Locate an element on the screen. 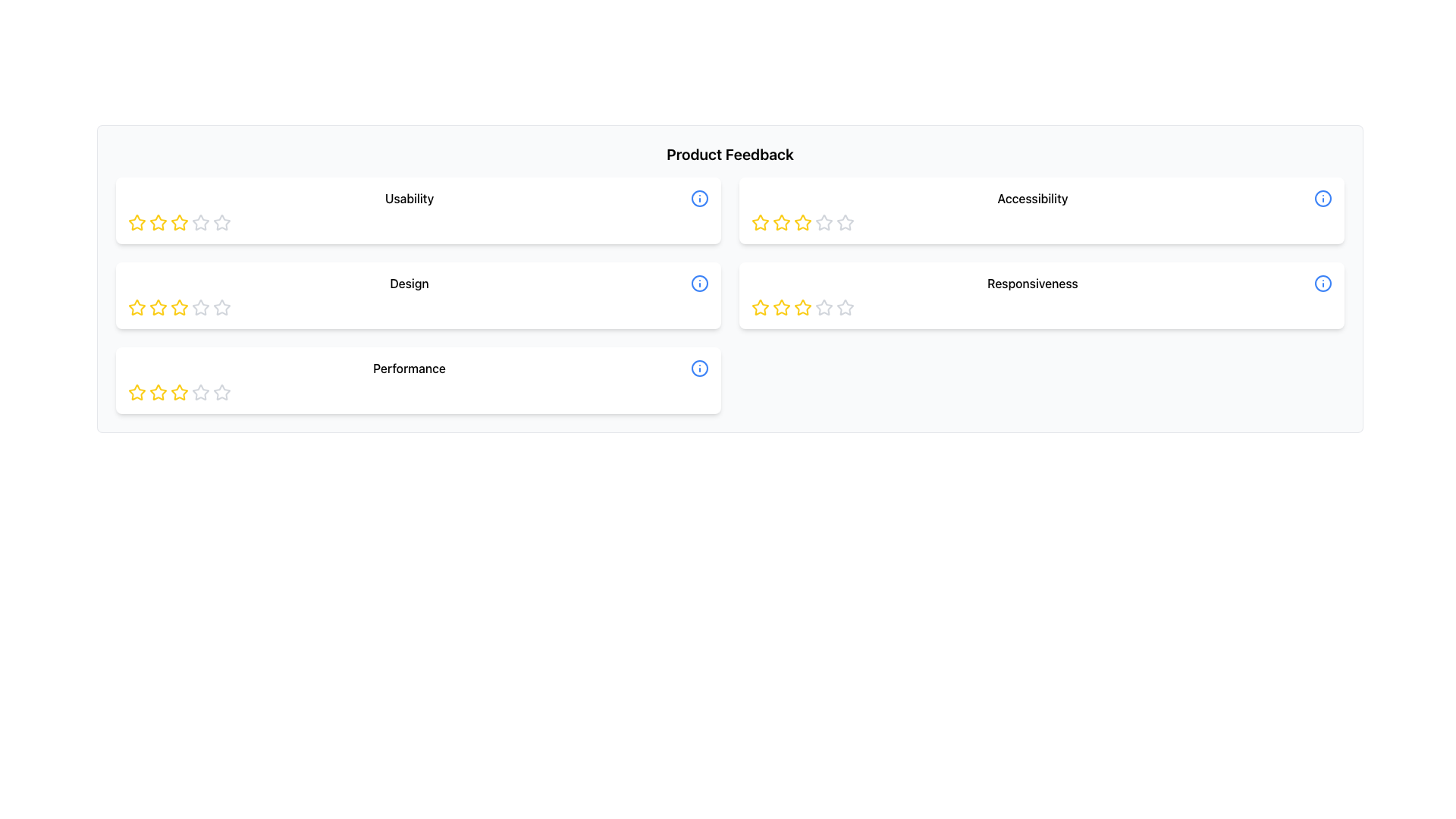  the second star in the row of five within the rating section of the 'Performance' category to set or modify the rating value is located at coordinates (179, 391).